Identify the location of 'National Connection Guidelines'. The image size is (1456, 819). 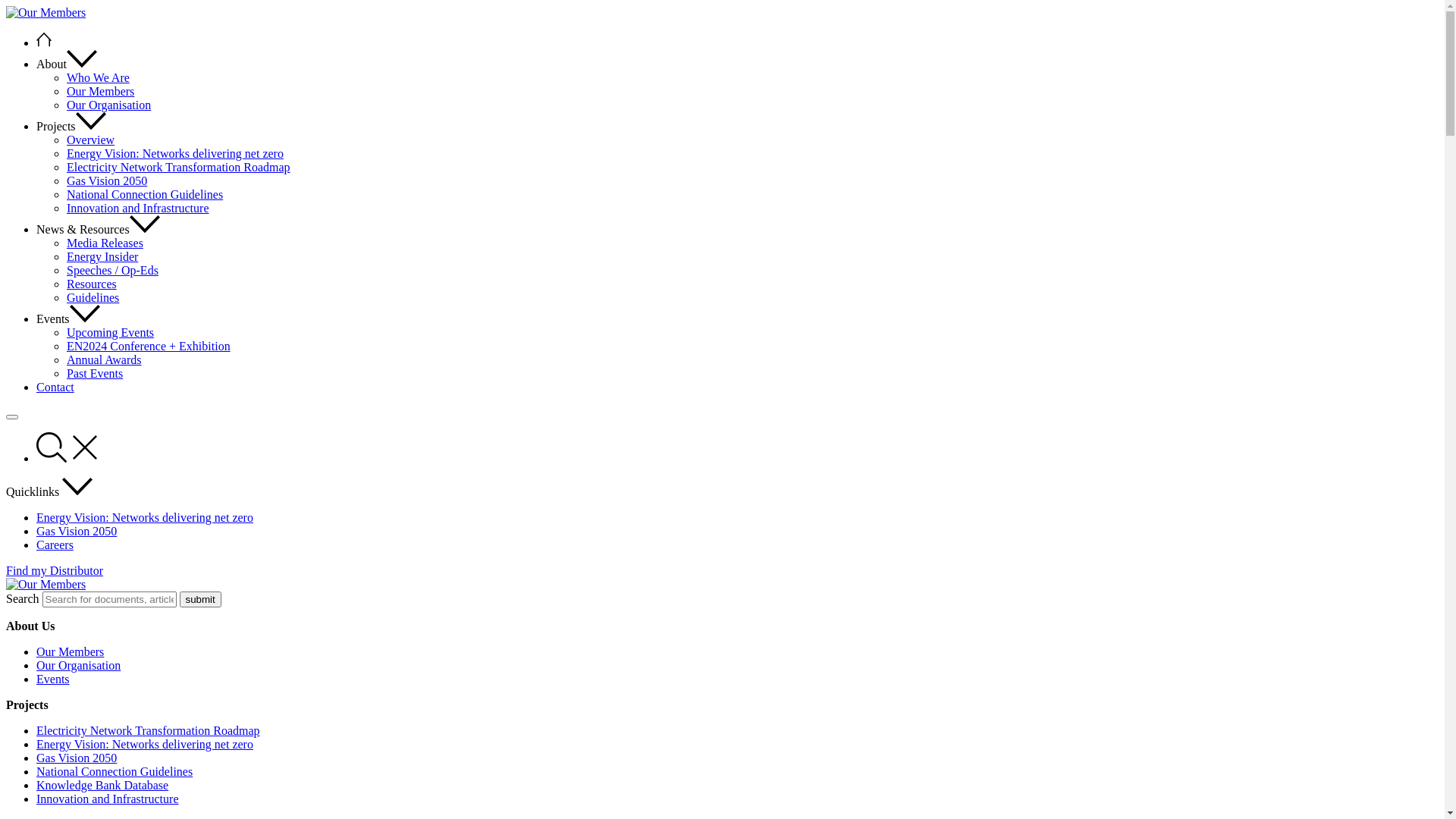
(113, 771).